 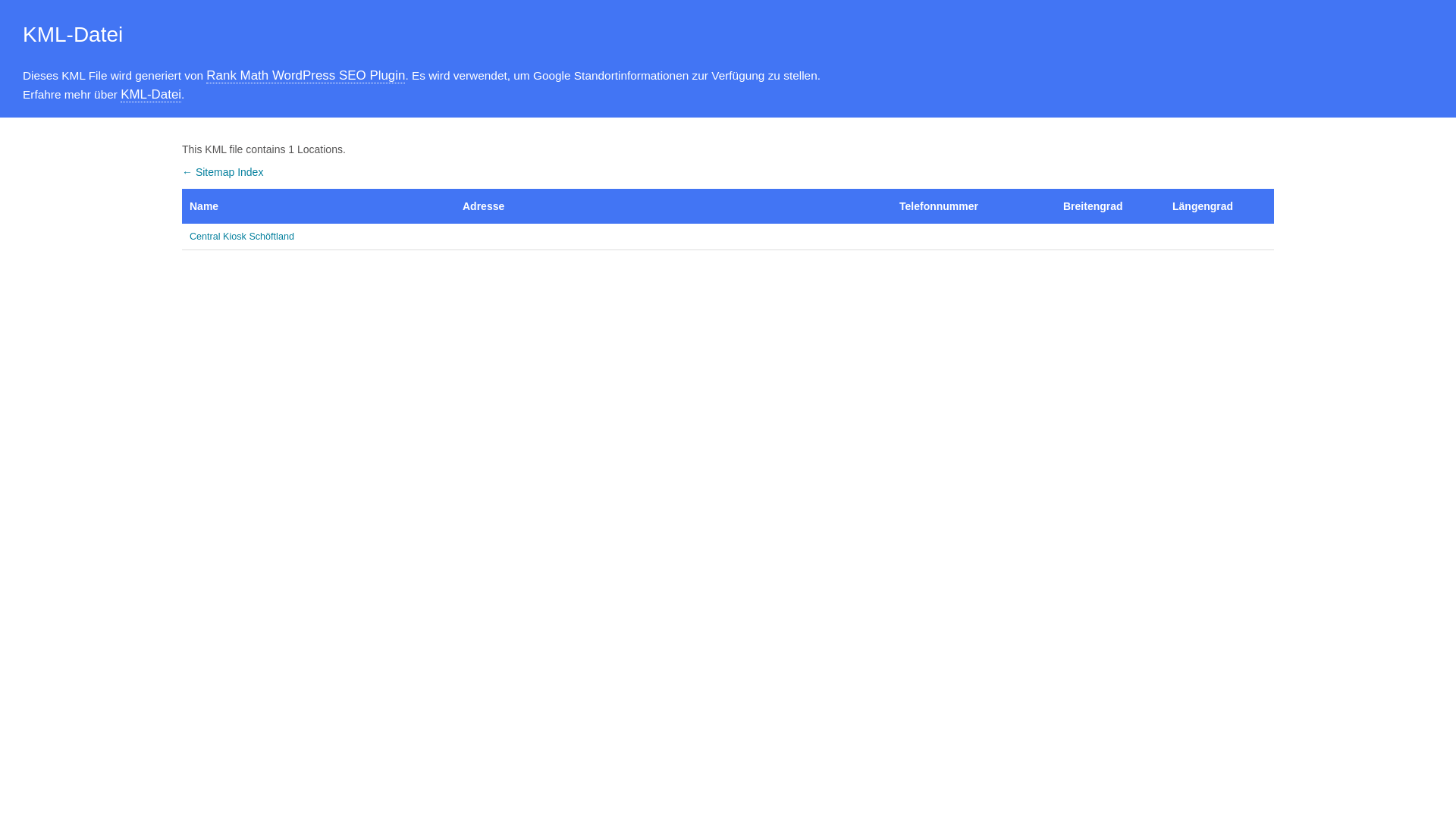 I want to click on 'KML-Datei', so click(x=119, y=94).